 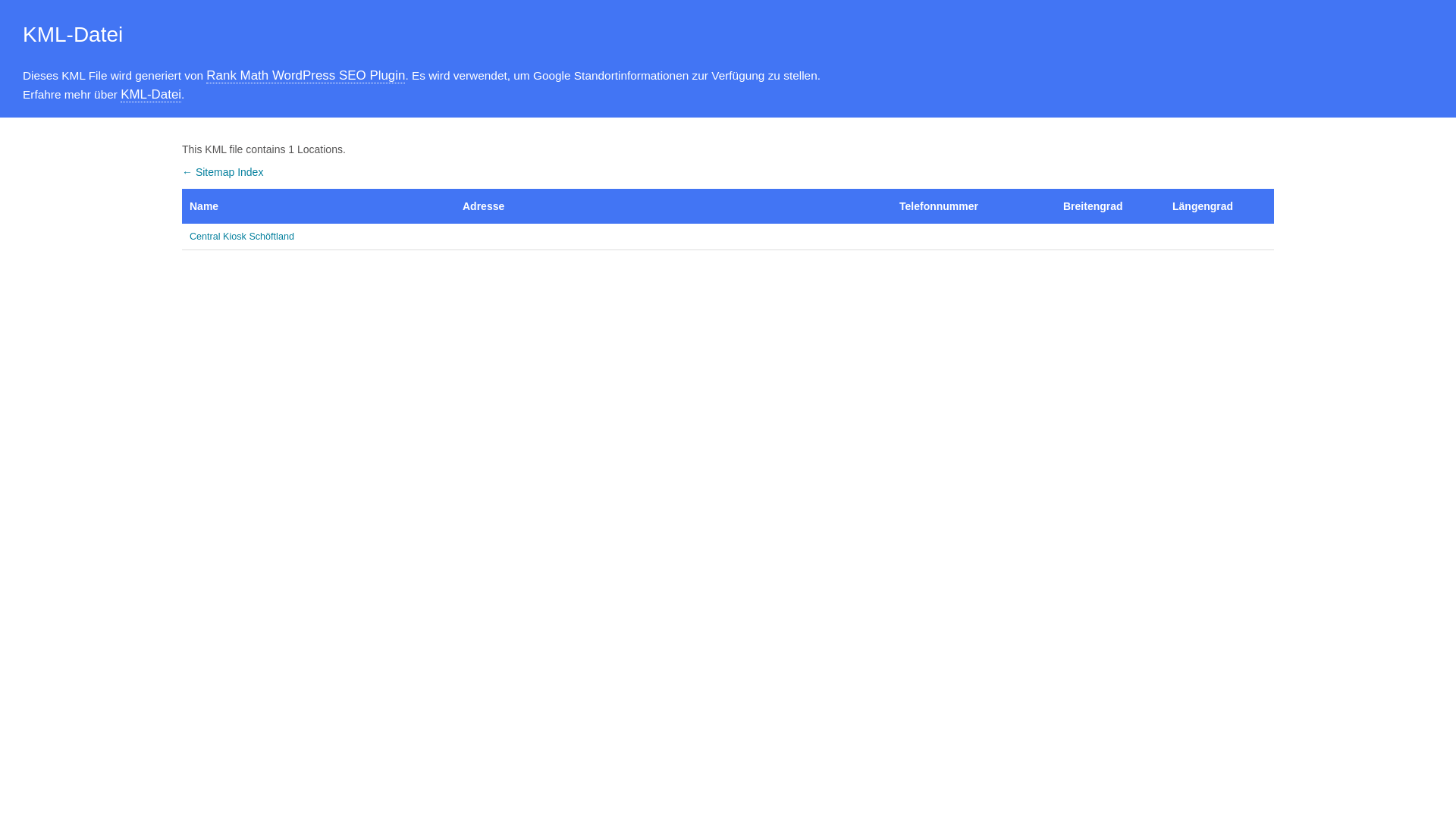 I want to click on 'KML-Datei', so click(x=119, y=94).